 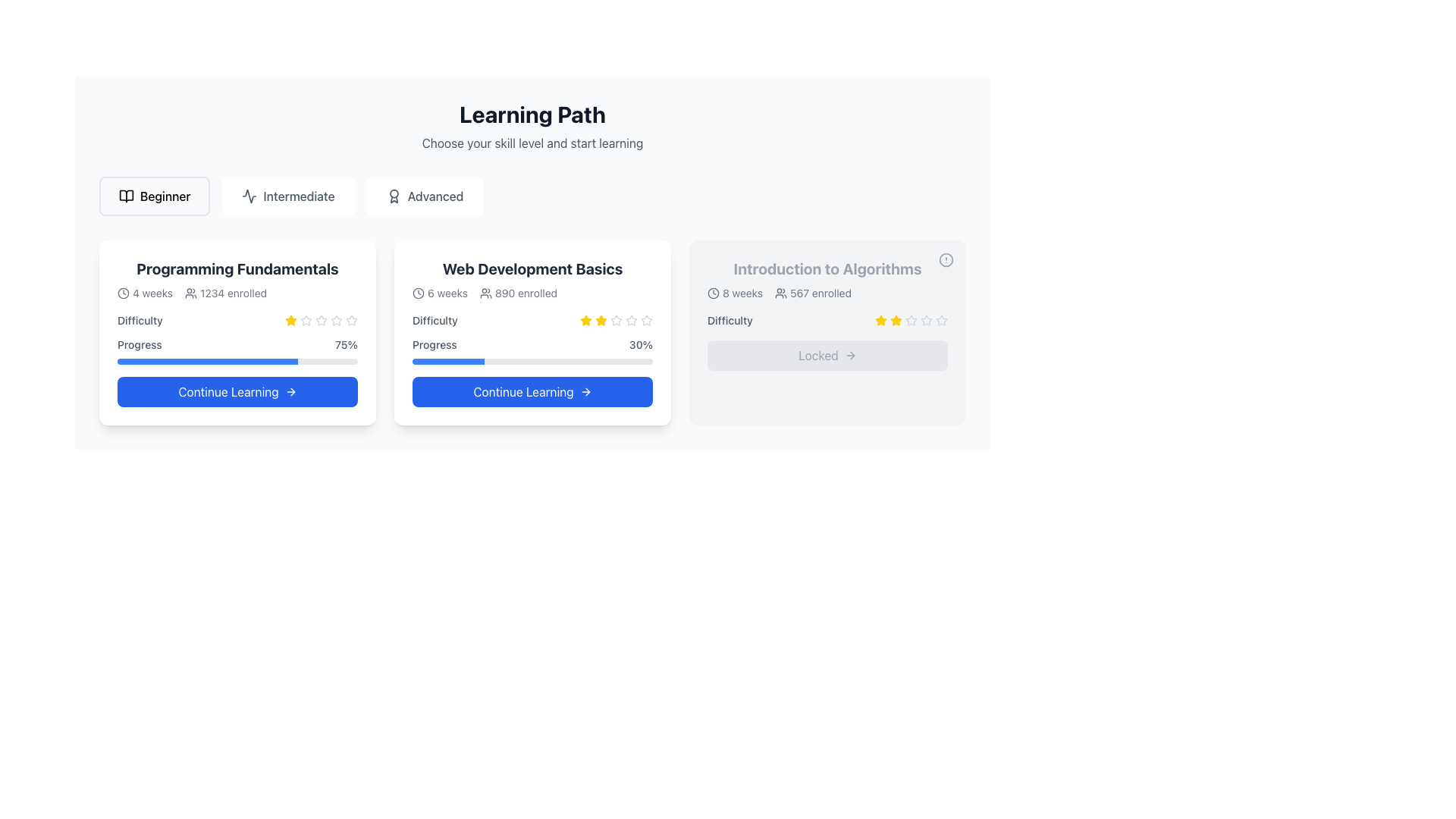 What do you see at coordinates (345, 345) in the screenshot?
I see `the statistical indicator for progress located in the bottom section of the 'Programming Fundamentals' card, immediately to the right of the word 'Progress'` at bounding box center [345, 345].